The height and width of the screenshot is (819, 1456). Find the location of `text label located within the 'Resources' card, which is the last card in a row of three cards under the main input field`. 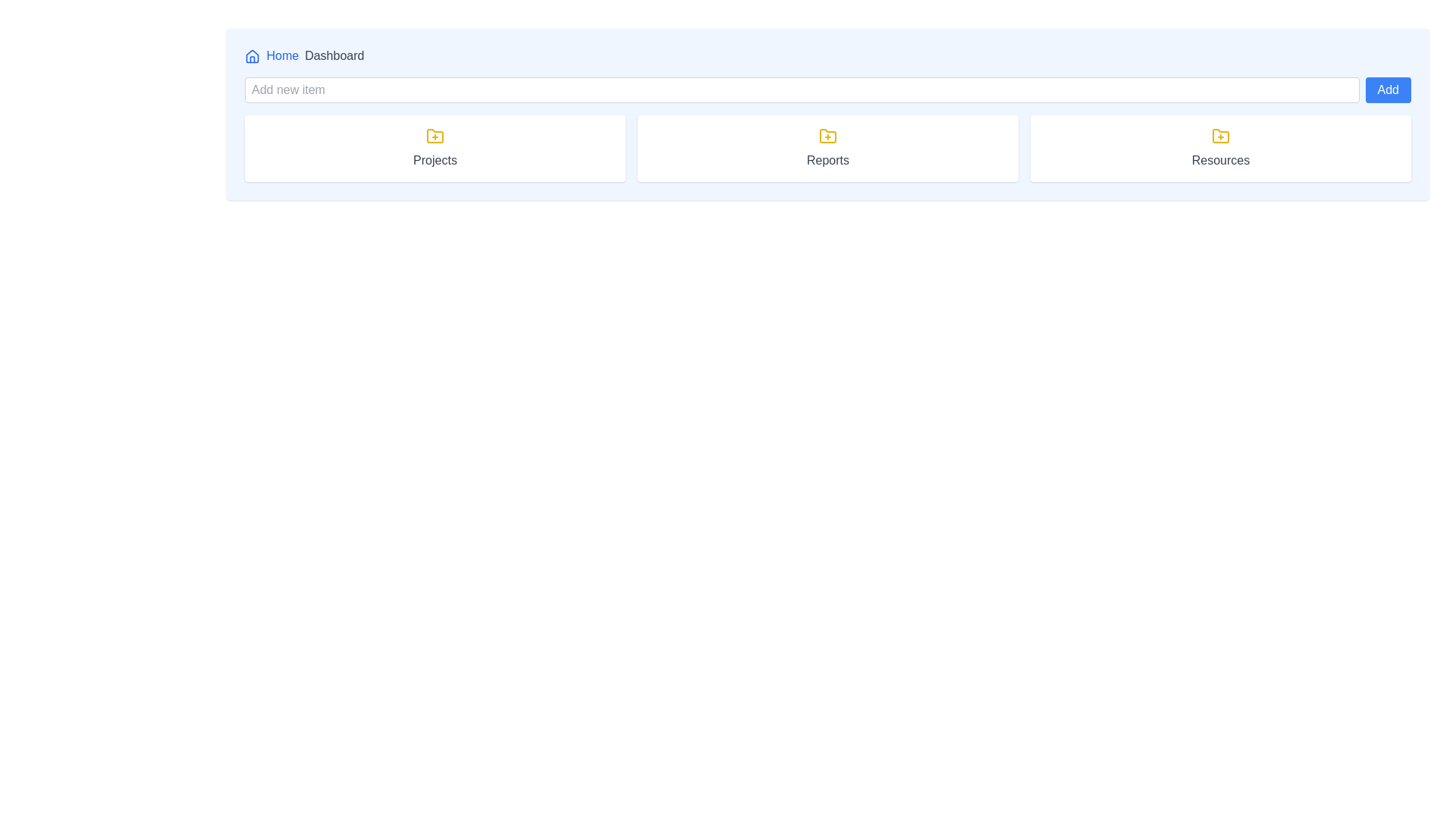

text label located within the 'Resources' card, which is the last card in a row of three cards under the main input field is located at coordinates (1220, 161).